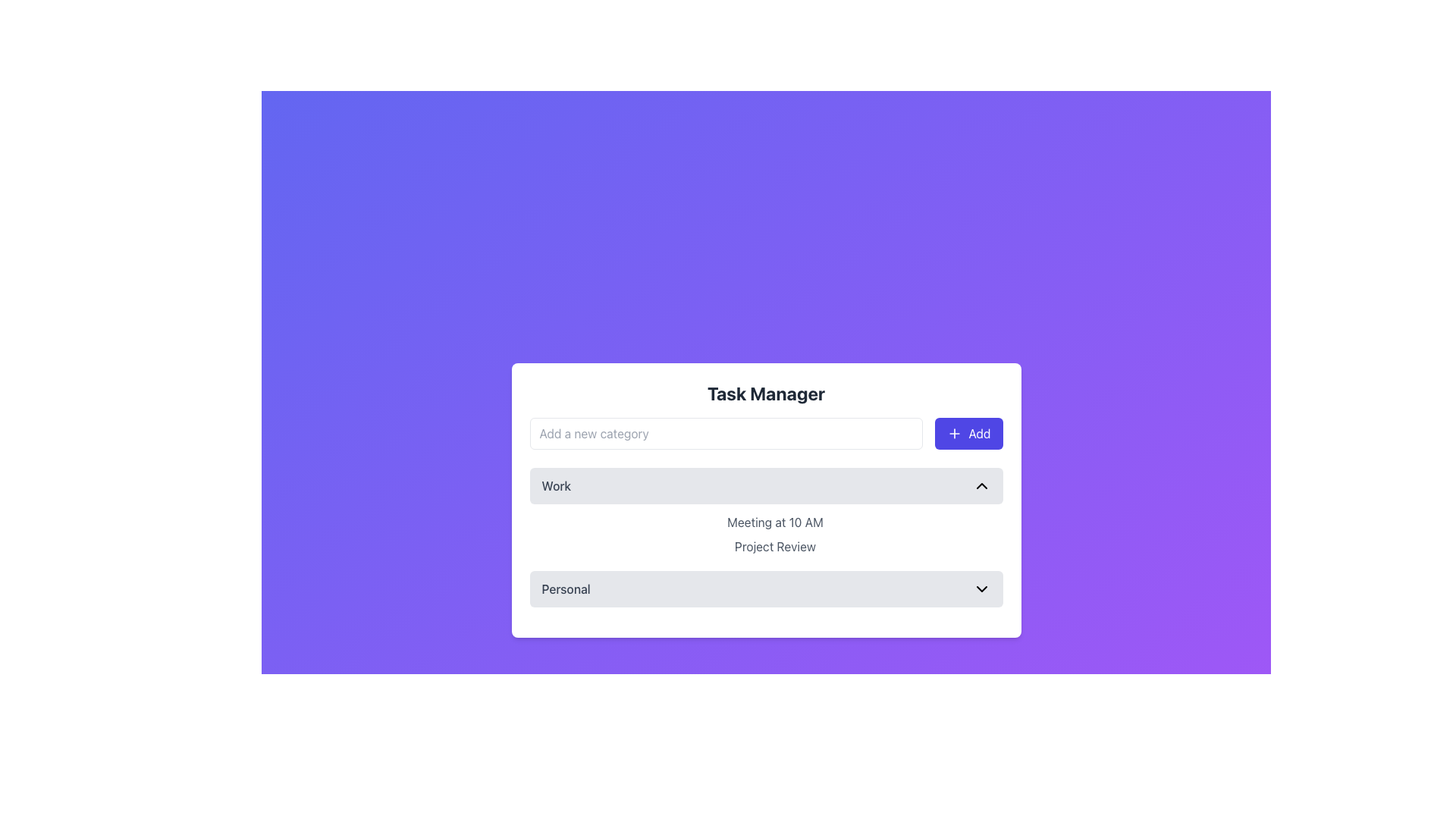  What do you see at coordinates (766, 588) in the screenshot?
I see `the dropdown selector labeled 'Personal' located at the bottom of the 'Task Manager' panel` at bounding box center [766, 588].